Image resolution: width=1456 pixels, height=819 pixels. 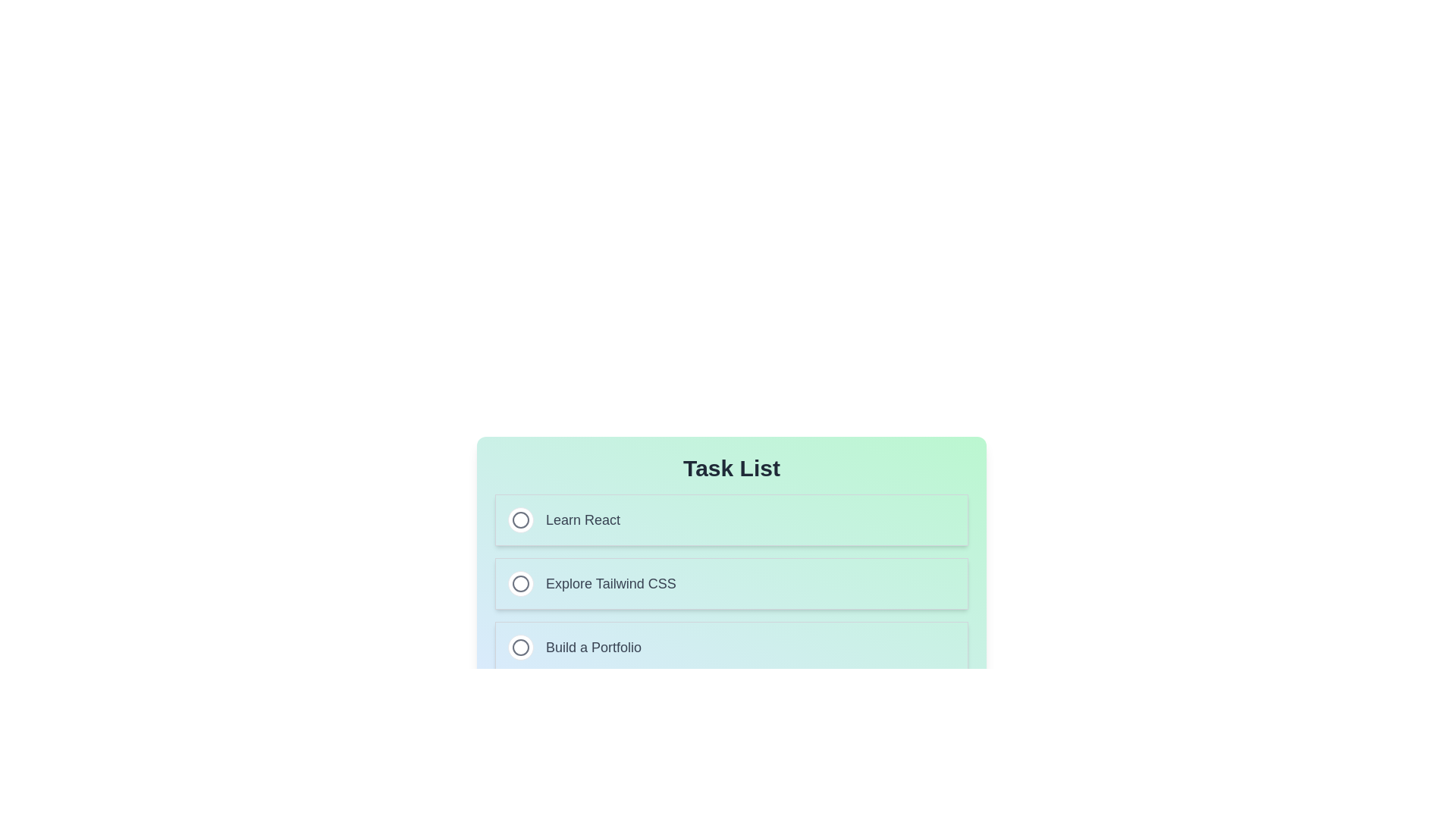 I want to click on static text label that says 'Build a Portfolio', which is the third item in the vertical task list located below the 'Explore Tailwind CSS' item, so click(x=592, y=647).